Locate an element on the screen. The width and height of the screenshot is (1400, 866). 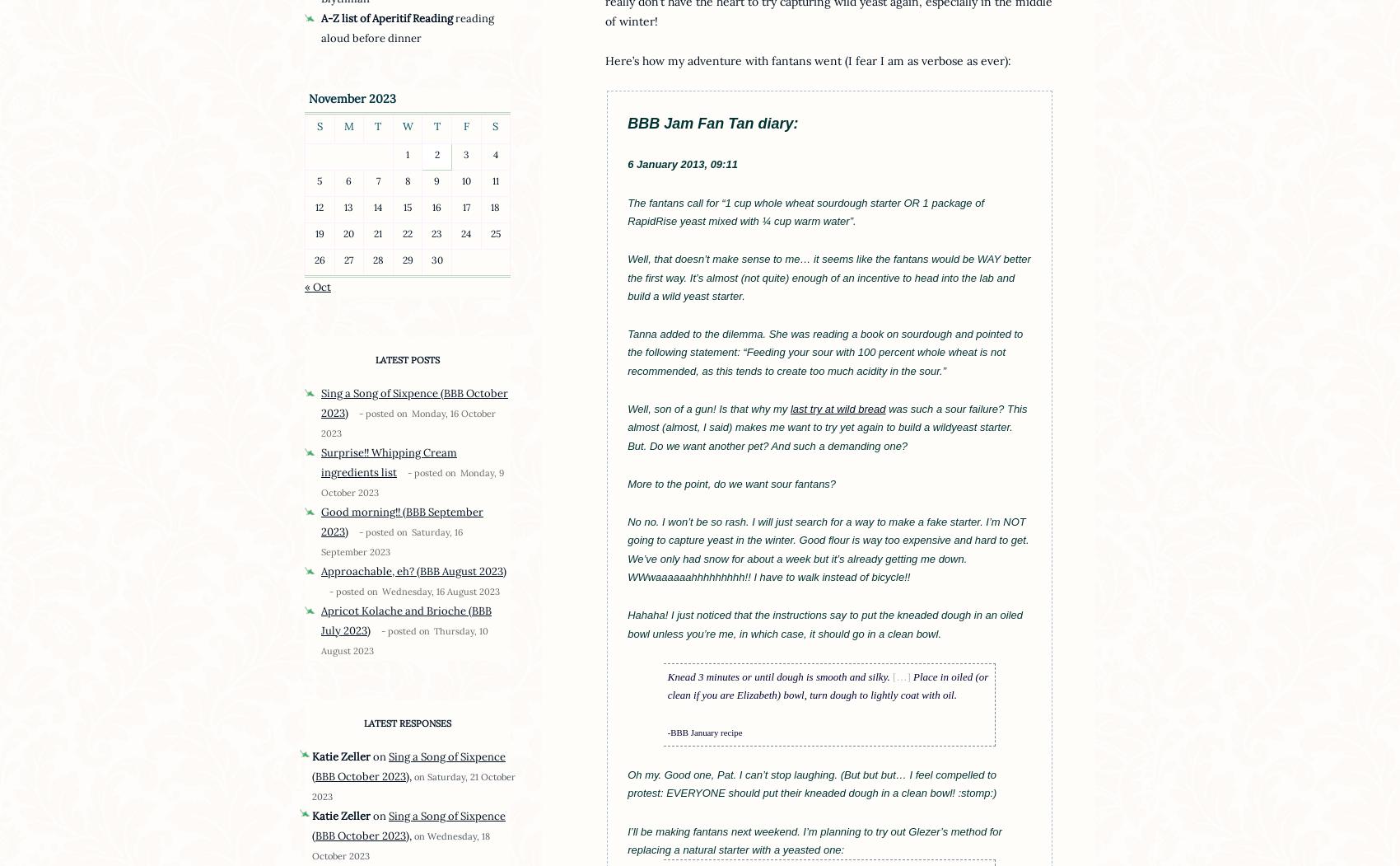
'Well, that doesn’t make sense to me… it seems like the fantans would be WAY better the first way. It’s almost (not quite) enough of an incentive to head into the lab and build a wild yeast starter.' is located at coordinates (626, 277).